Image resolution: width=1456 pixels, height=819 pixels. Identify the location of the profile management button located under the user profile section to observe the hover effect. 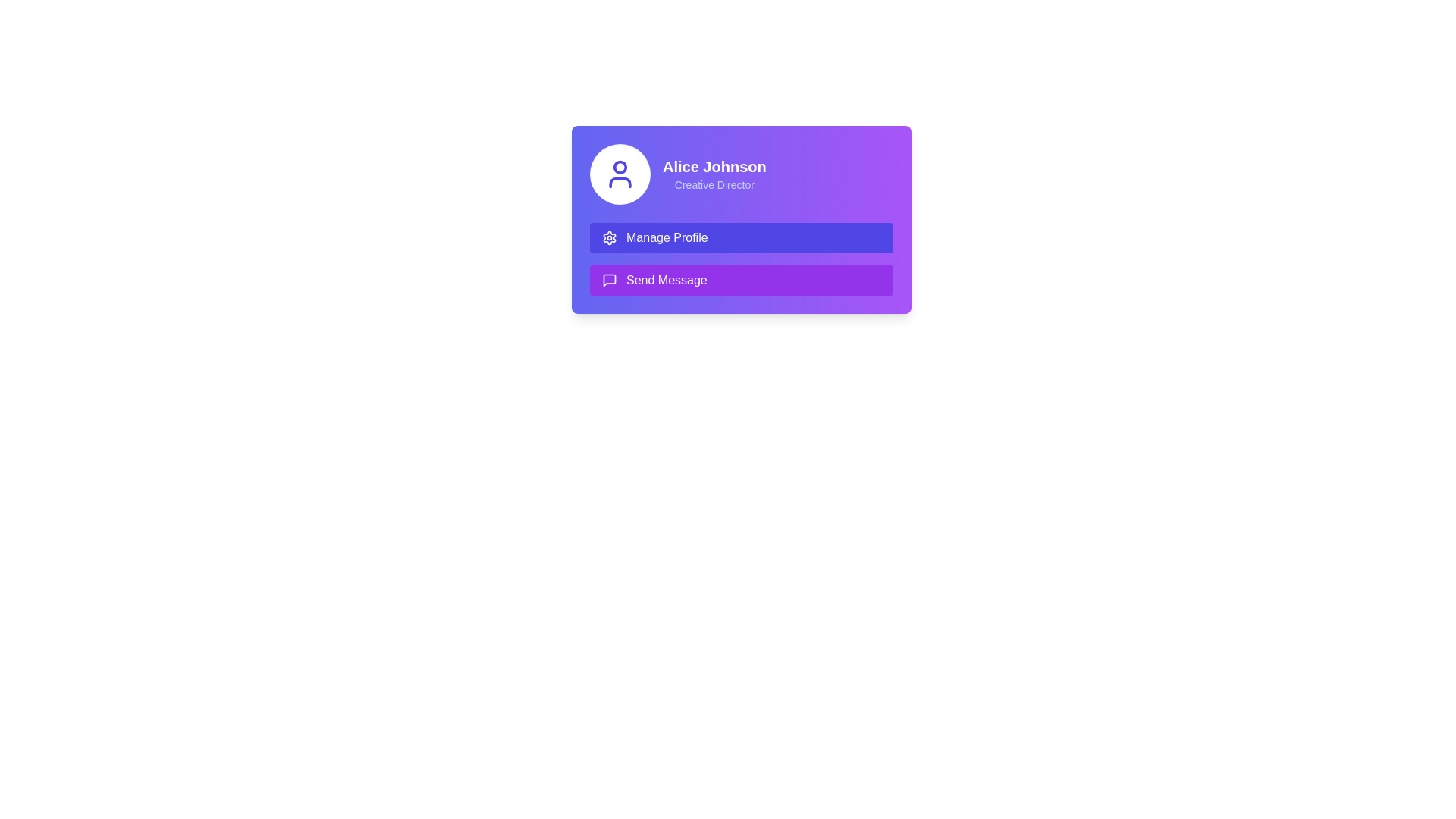
(742, 237).